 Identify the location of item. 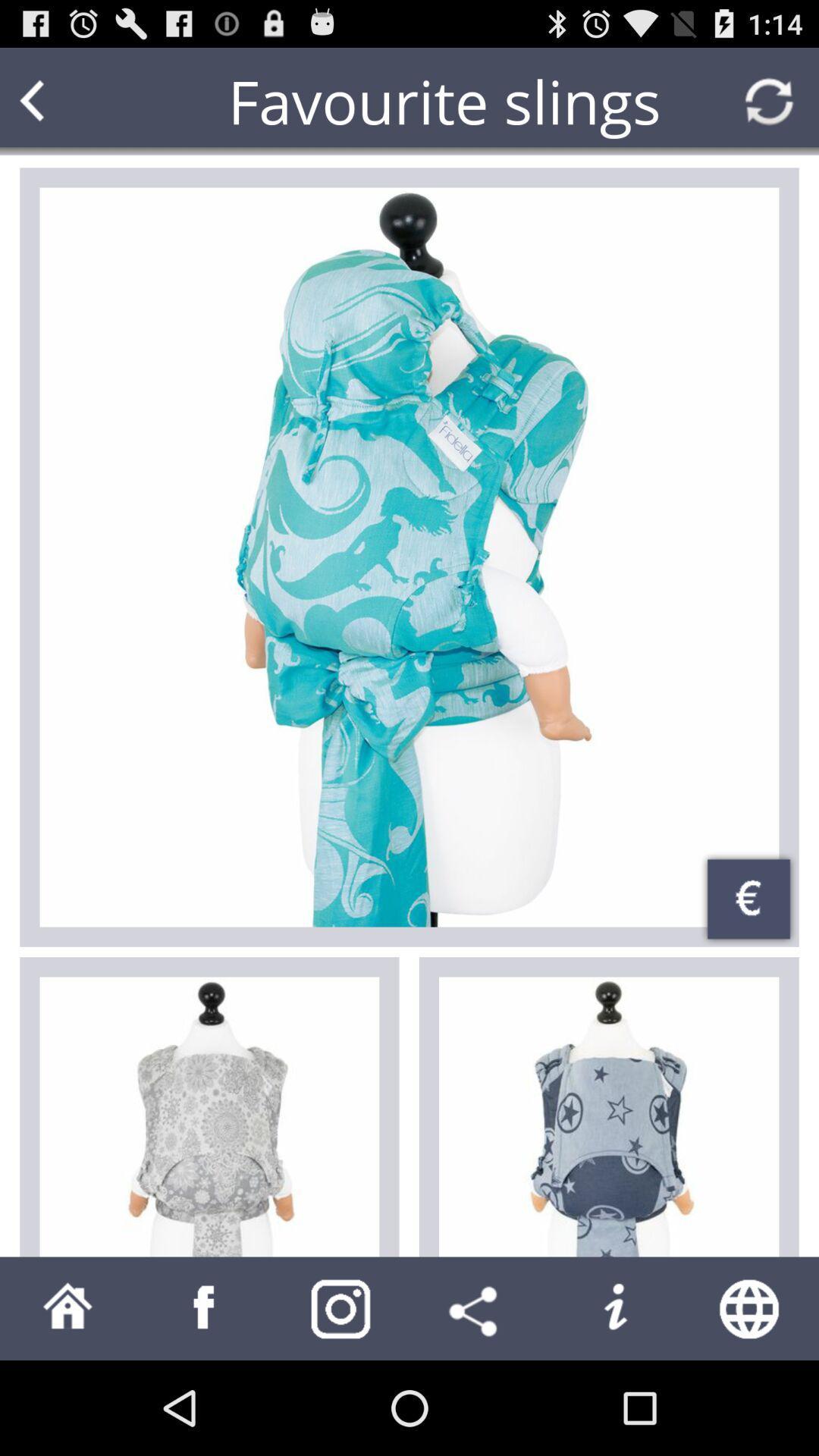
(209, 1117).